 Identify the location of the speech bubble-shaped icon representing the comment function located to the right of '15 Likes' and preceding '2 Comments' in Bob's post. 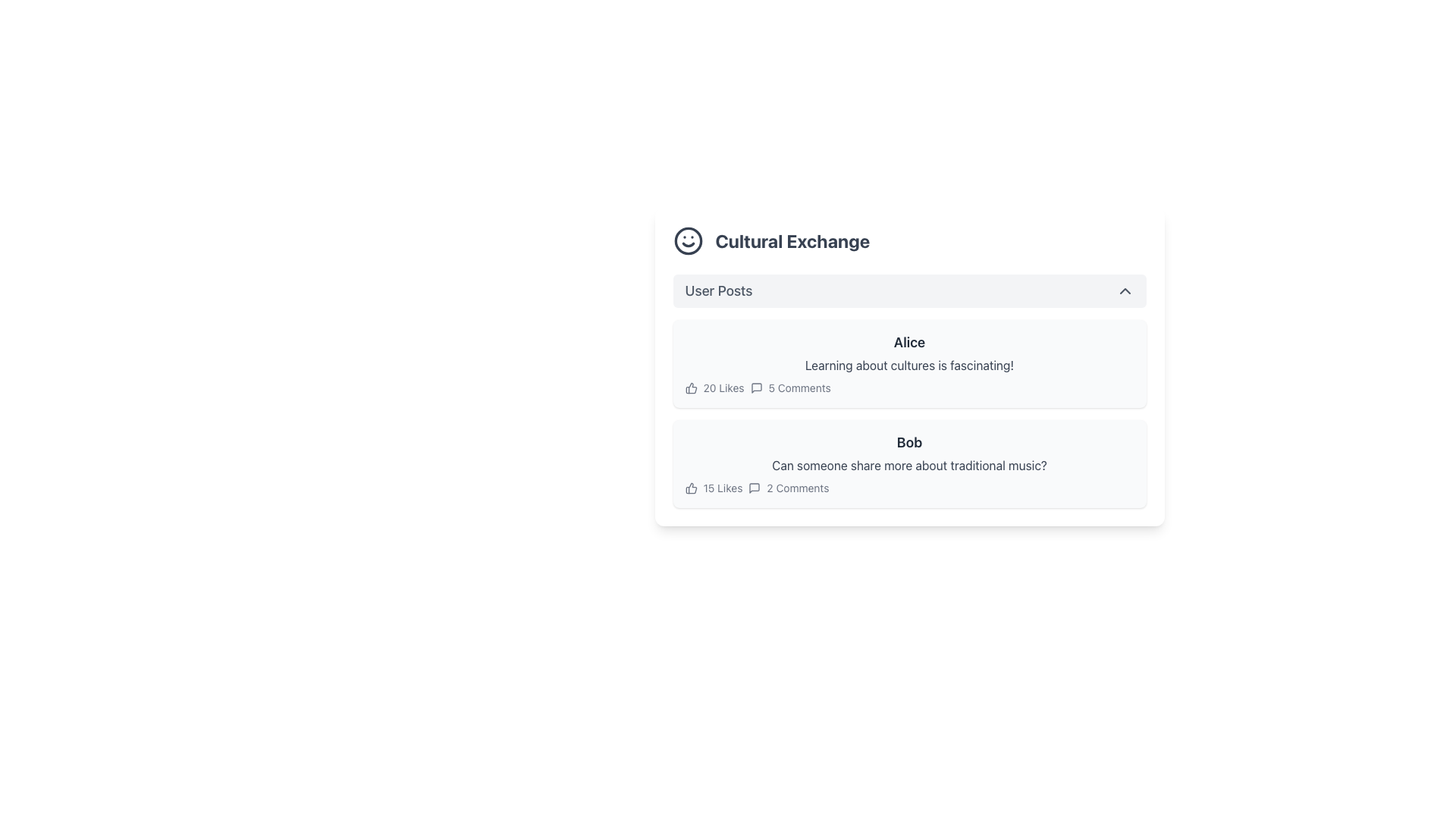
(755, 488).